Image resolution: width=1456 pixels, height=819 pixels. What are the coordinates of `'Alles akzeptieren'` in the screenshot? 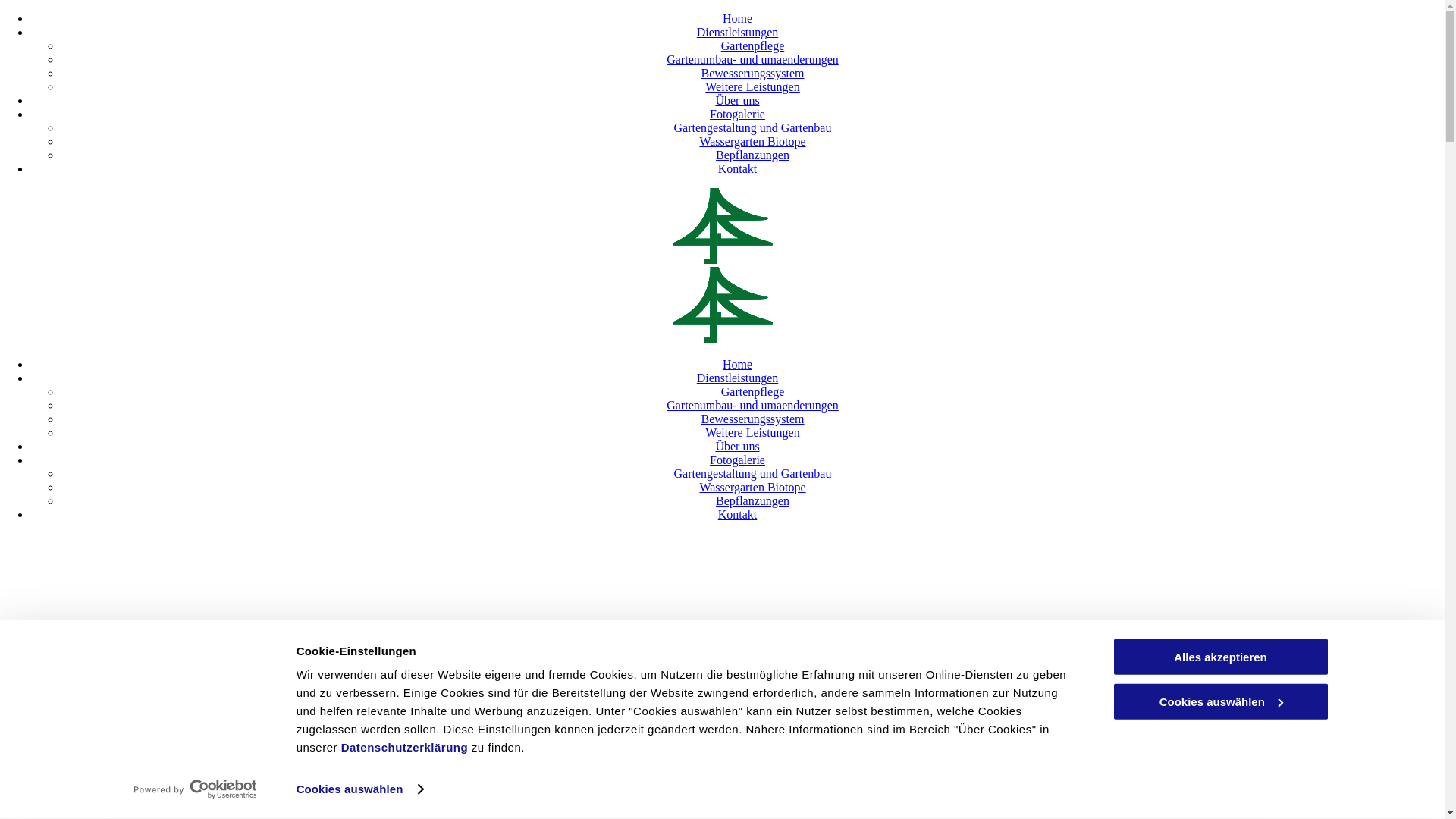 It's located at (1111, 656).